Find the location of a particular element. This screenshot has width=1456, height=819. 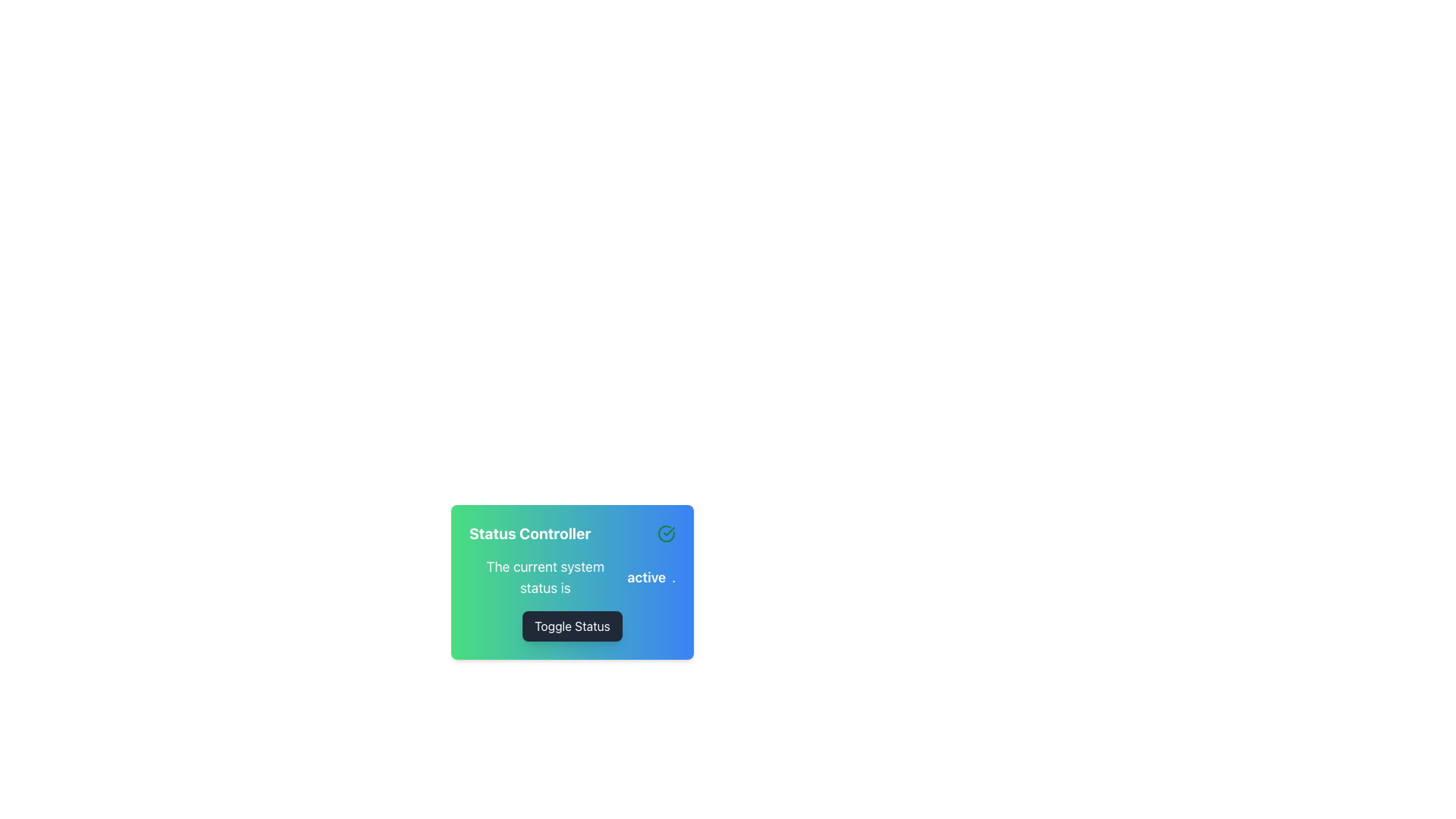

the green checkmark icon within the SVG graphic located in the top-right area of the 'Status Controller' card, which is slightly above and to the right of the text 'active' is located at coordinates (668, 531).